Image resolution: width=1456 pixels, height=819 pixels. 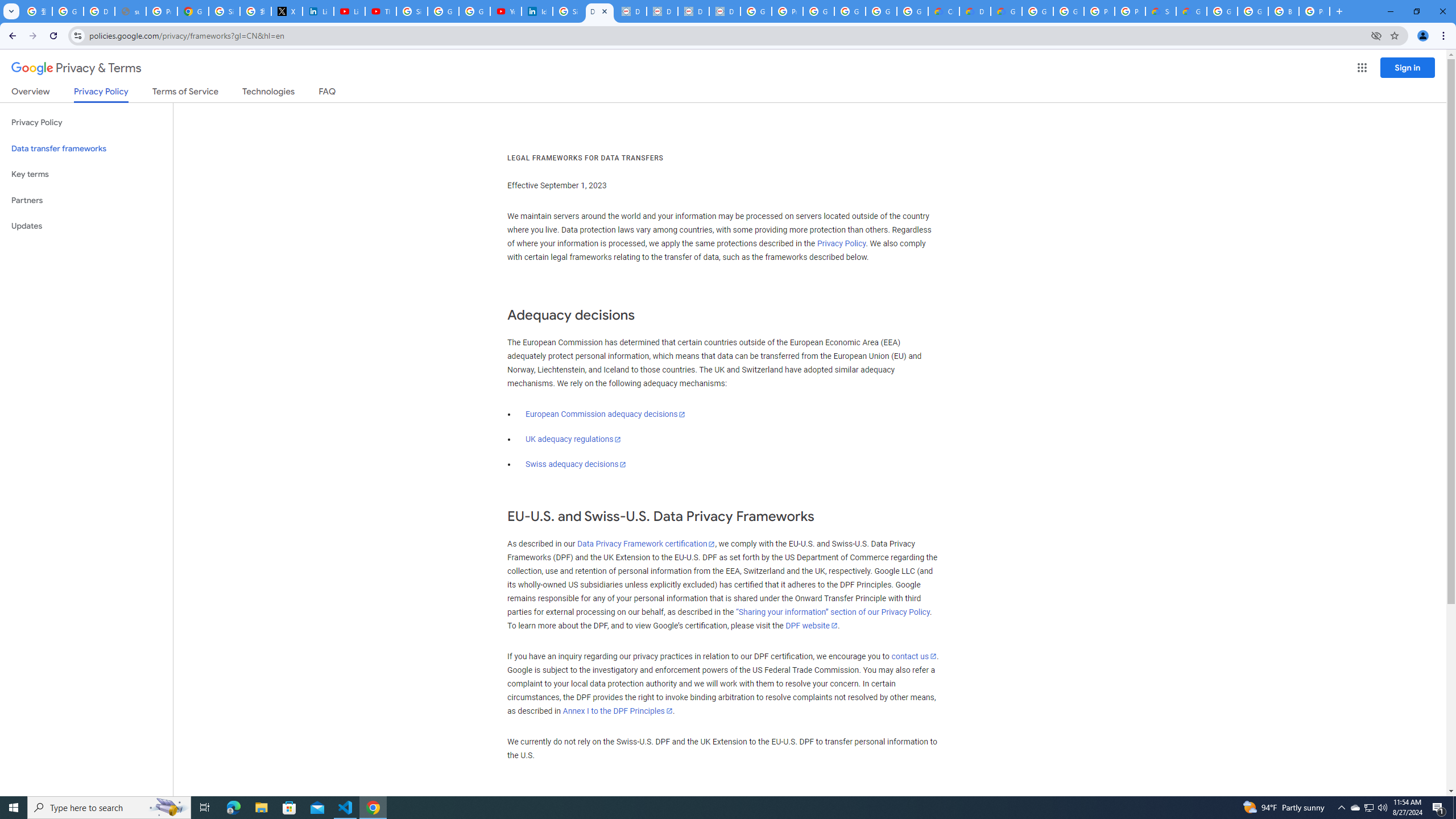 What do you see at coordinates (1191, 11) in the screenshot?
I see `'Google Cloud Service Health'` at bounding box center [1191, 11].